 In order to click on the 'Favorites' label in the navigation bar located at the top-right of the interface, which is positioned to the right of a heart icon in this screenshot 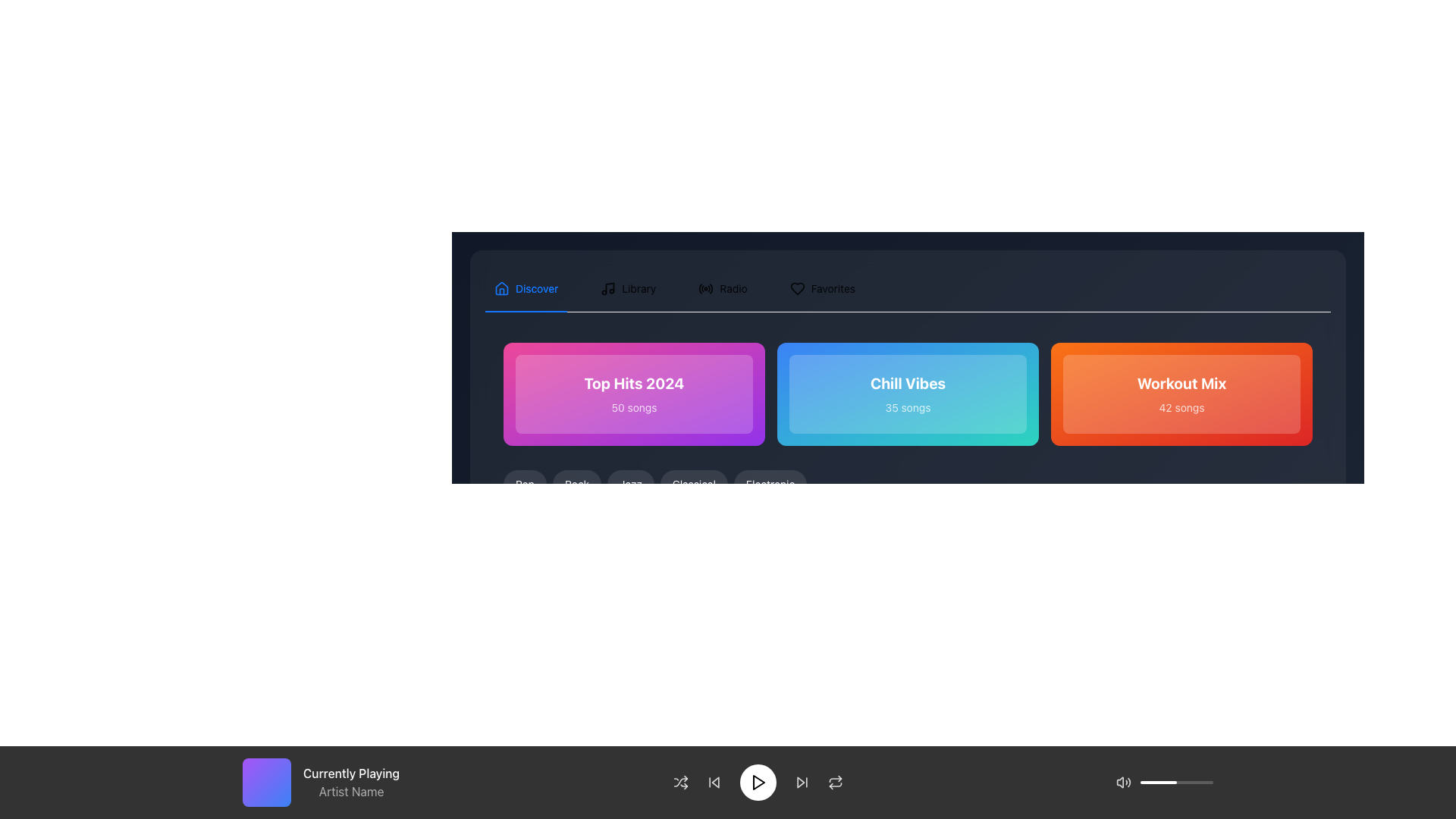, I will do `click(832, 289)`.